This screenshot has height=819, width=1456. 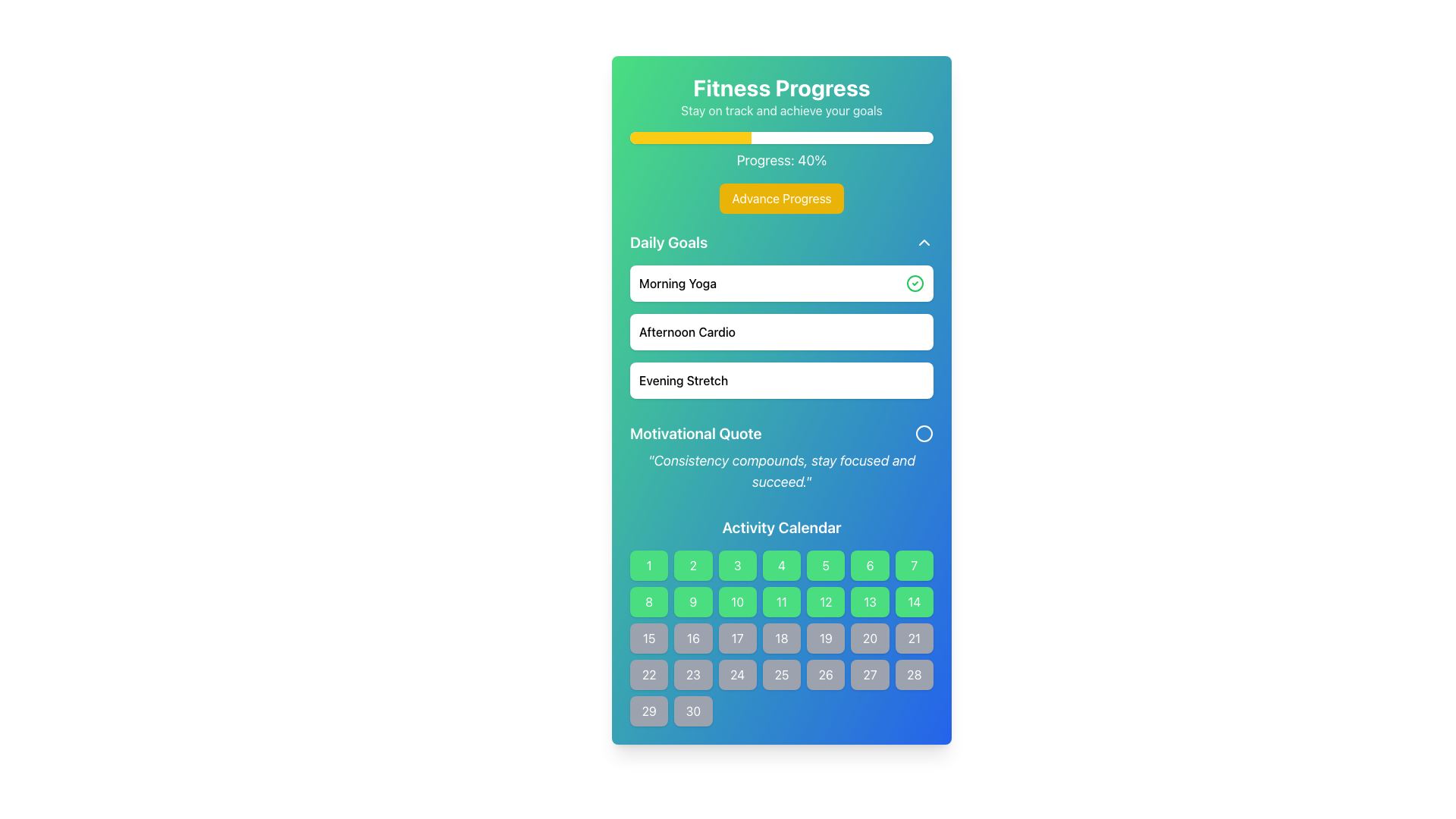 What do you see at coordinates (782, 87) in the screenshot?
I see `the 'Fitness Progress' text label, which is styled in a large, bold white font against a green to blue gradient background, located at the top center of the interface` at bounding box center [782, 87].